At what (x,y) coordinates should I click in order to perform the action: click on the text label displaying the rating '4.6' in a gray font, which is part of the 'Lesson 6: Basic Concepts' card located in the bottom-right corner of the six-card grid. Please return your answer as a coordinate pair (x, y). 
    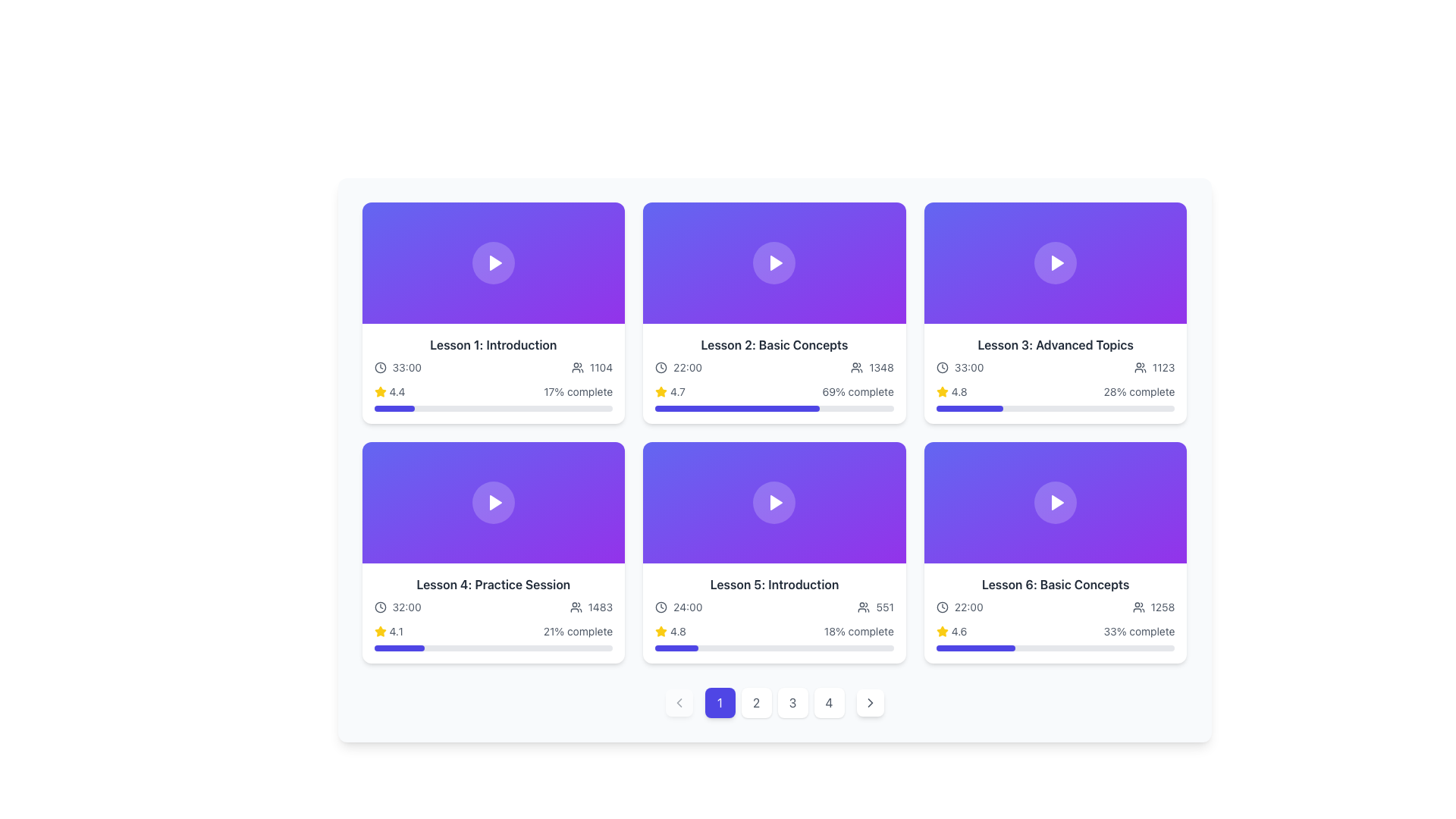
    Looking at the image, I should click on (959, 632).